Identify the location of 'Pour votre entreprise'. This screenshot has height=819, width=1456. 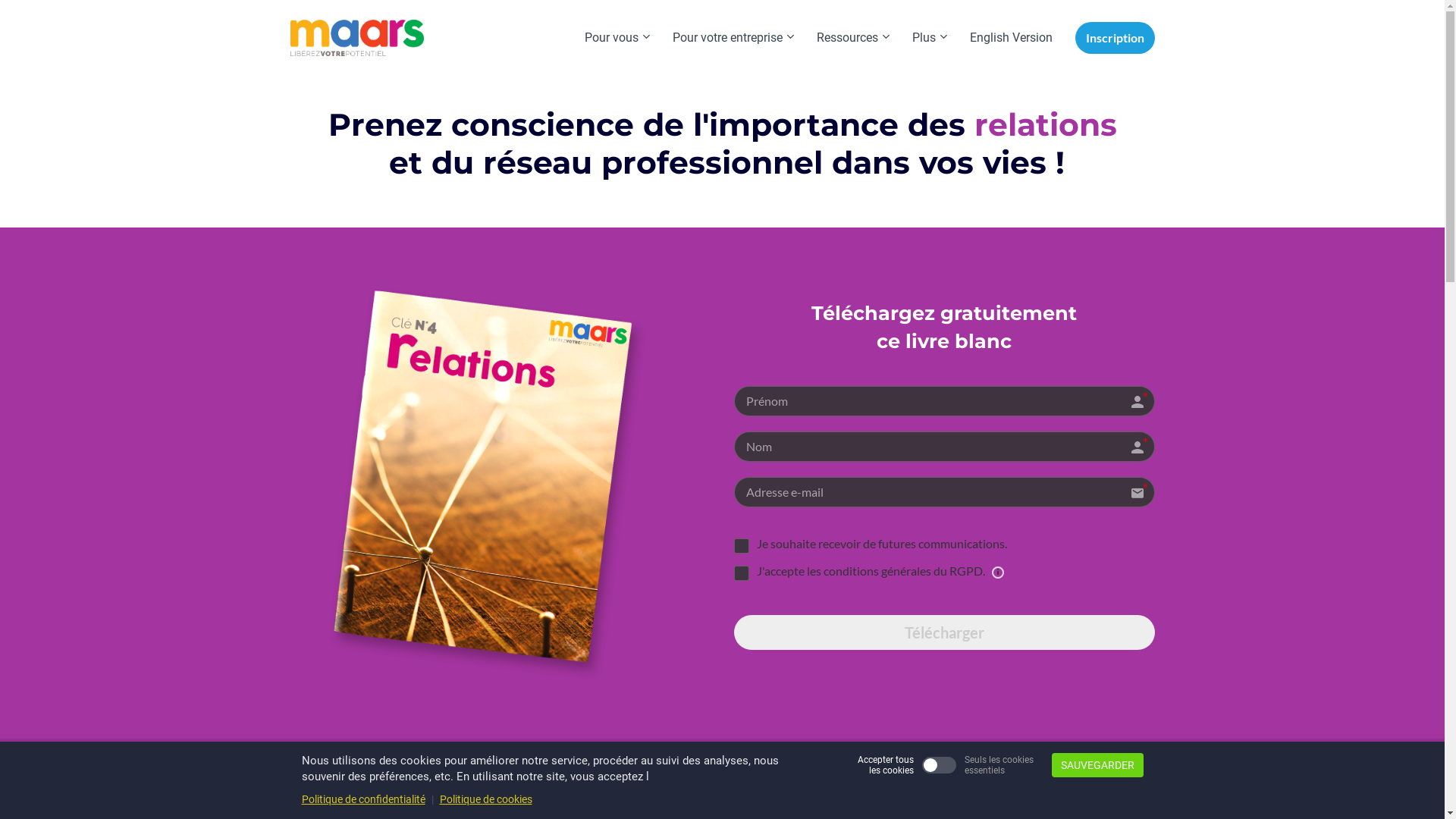
(661, 37).